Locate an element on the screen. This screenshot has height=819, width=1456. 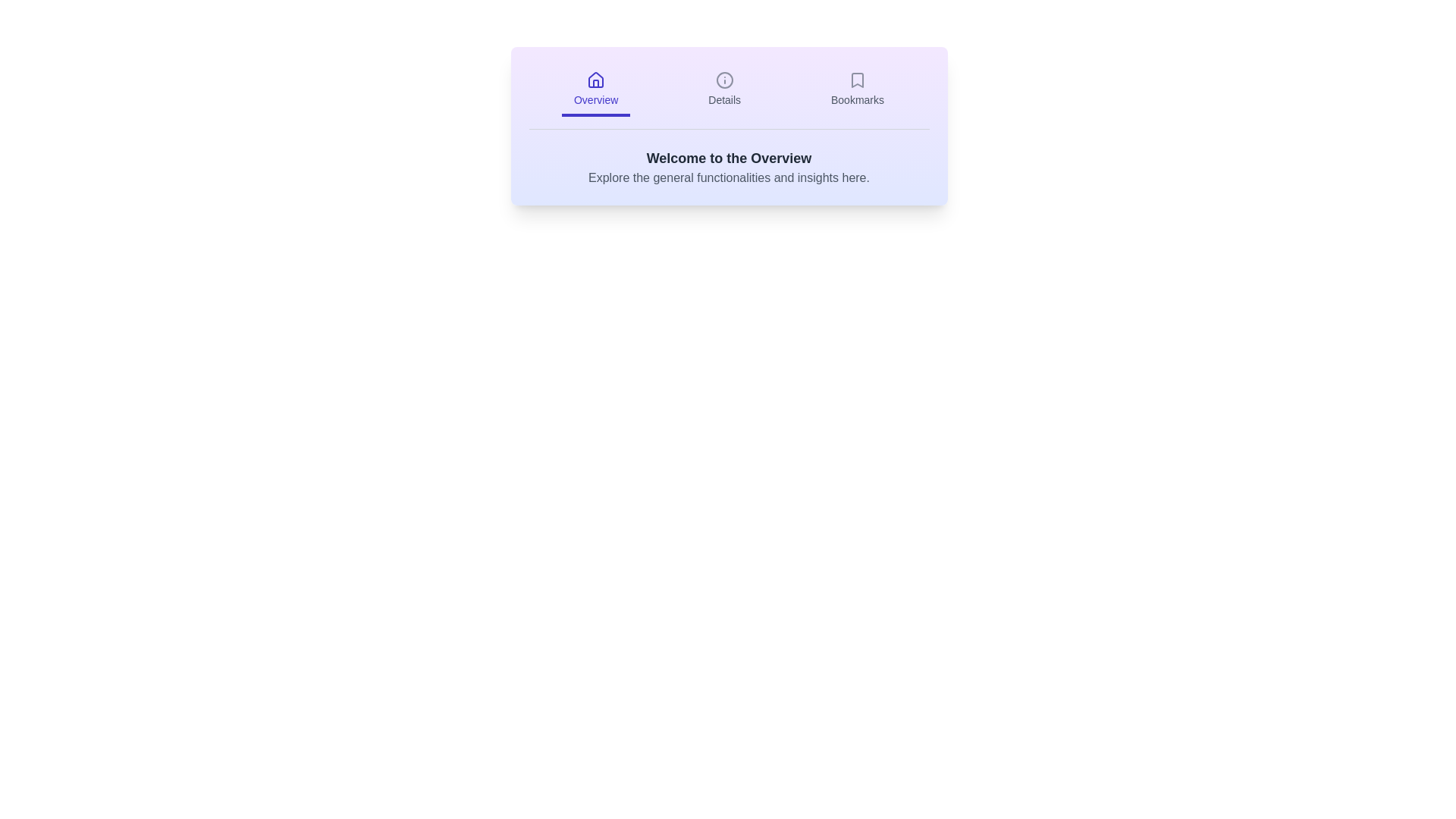
the navigation button that redirects to the 'Overview' section, located first in a group of tabs at the top center of the interface is located at coordinates (595, 90).